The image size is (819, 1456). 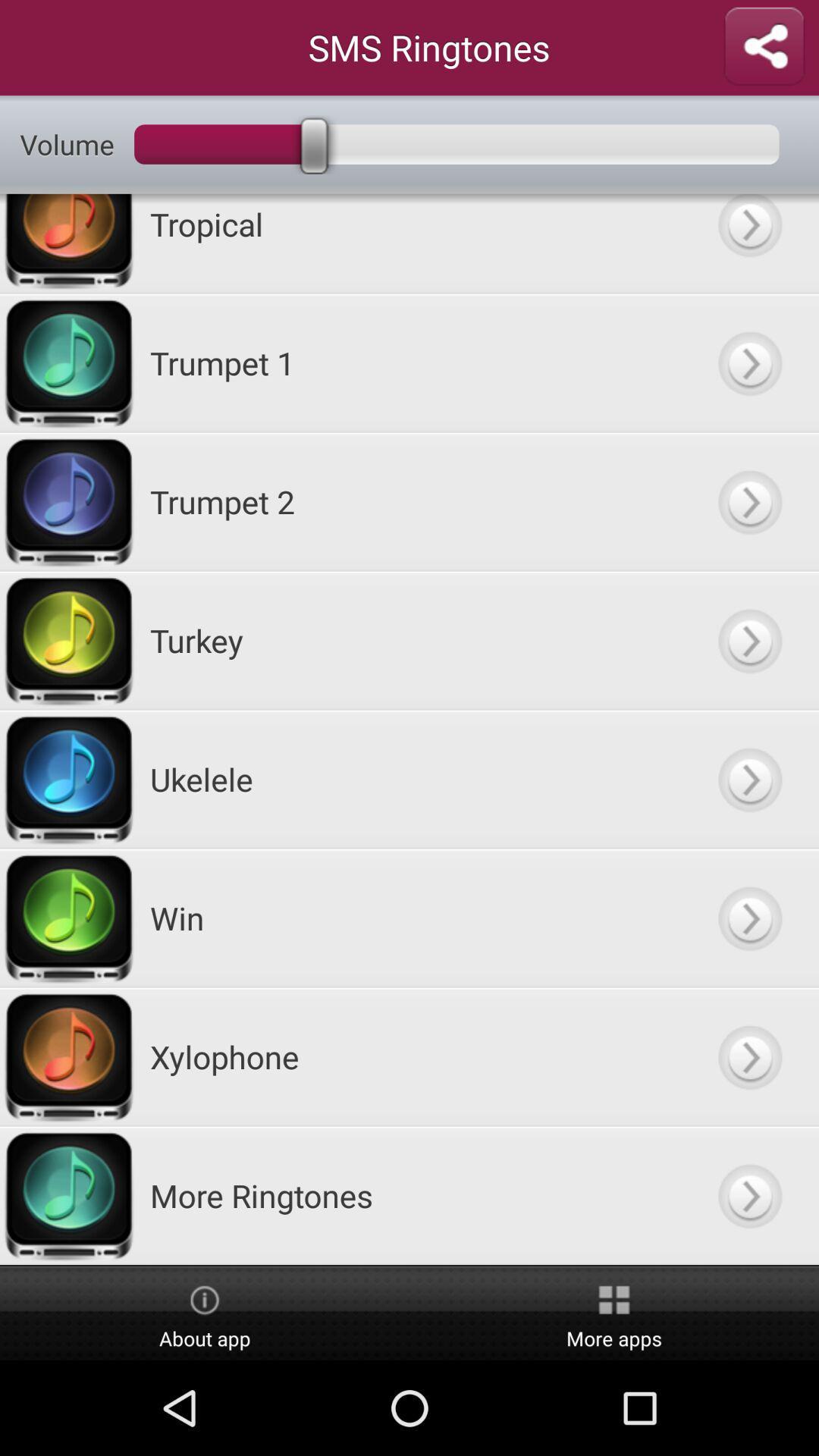 I want to click on play, so click(x=748, y=501).